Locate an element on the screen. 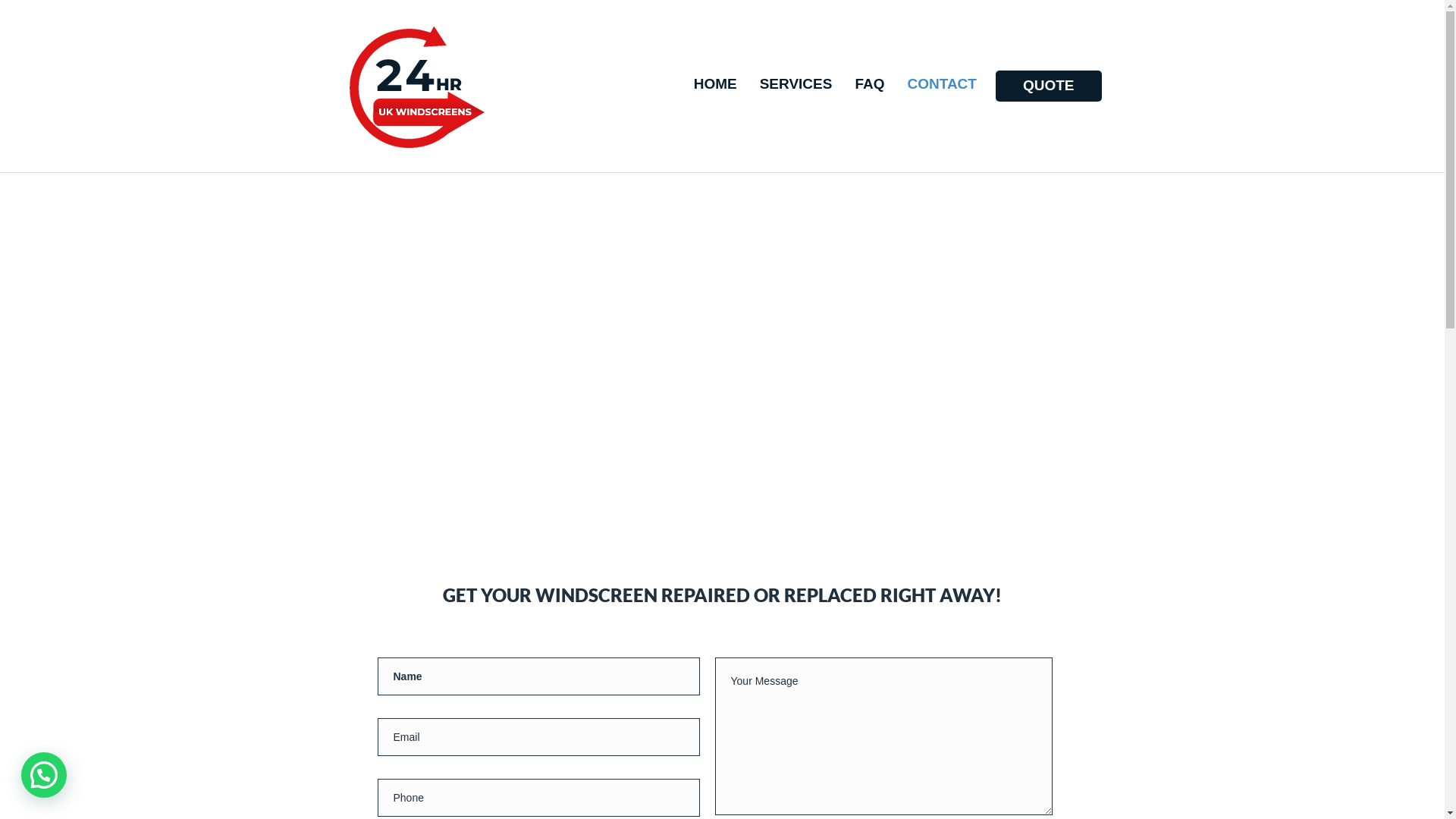 Image resolution: width=1456 pixels, height=819 pixels. 'CONTACT' is located at coordinates (940, 84).